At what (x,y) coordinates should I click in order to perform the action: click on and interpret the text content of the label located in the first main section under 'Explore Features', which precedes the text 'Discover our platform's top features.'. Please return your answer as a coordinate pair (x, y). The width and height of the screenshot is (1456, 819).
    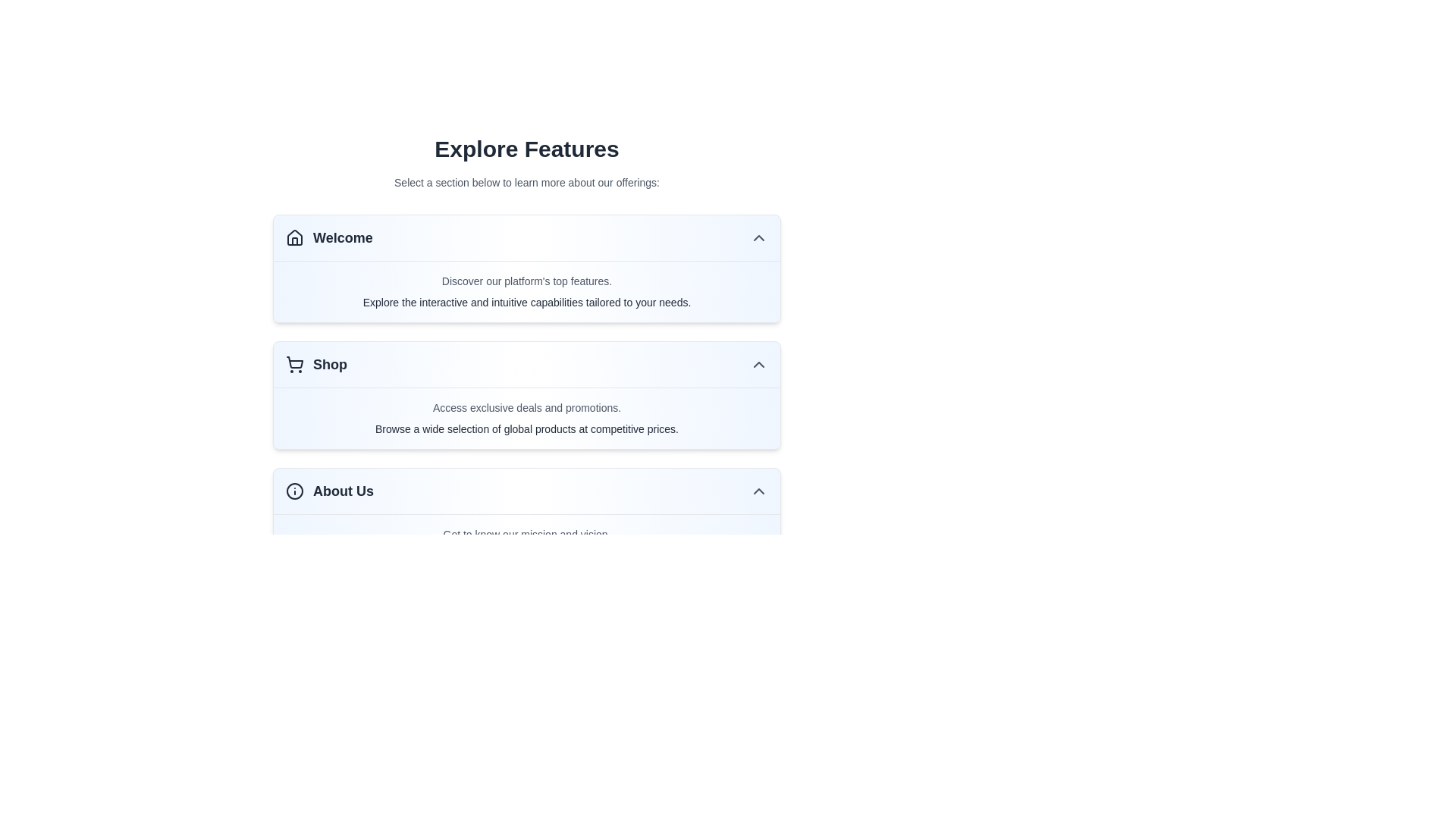
    Looking at the image, I should click on (328, 237).